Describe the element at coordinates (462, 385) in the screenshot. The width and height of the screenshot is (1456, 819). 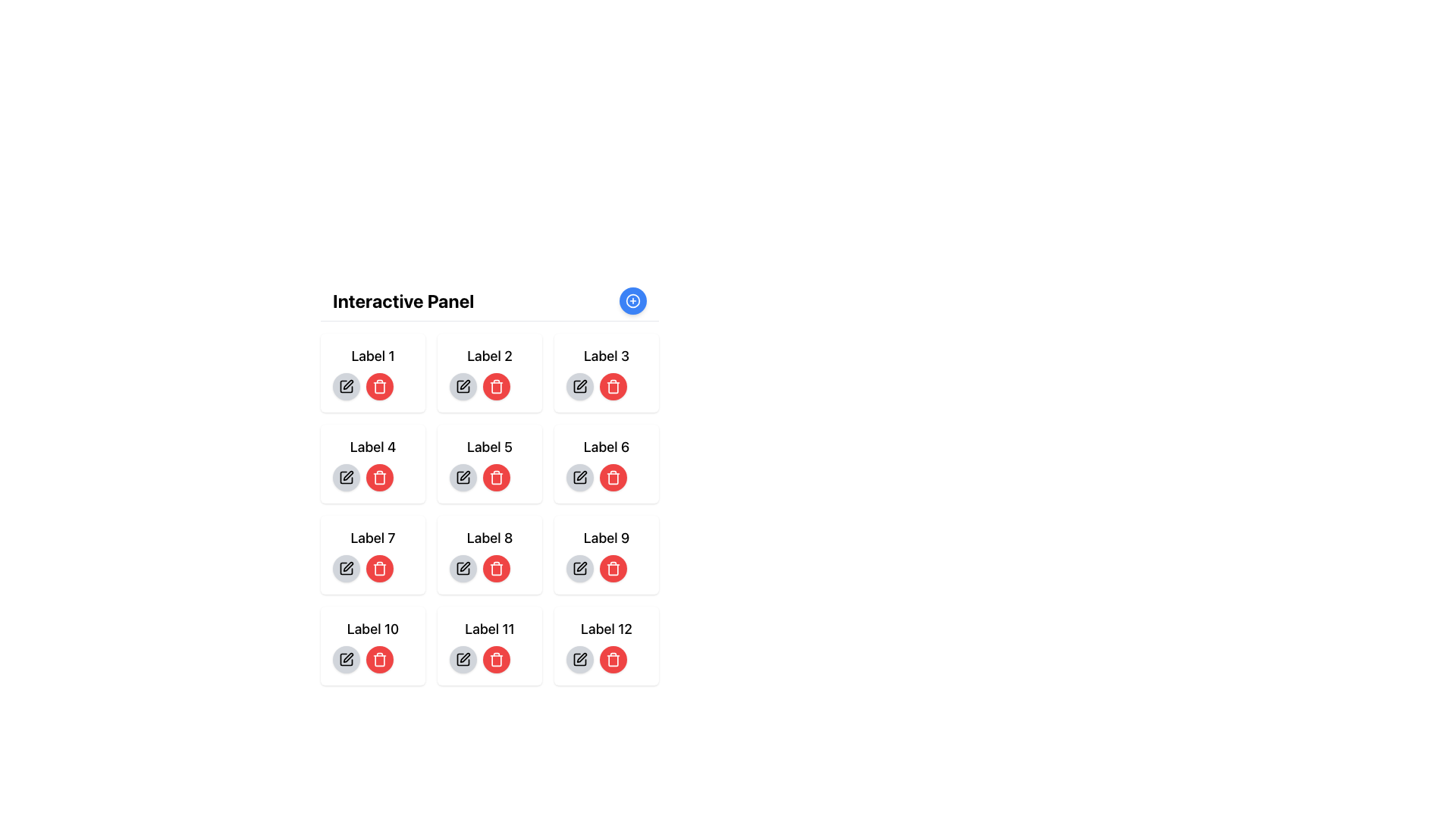
I see `the pencil icon in the second cell of the second row under the 'Interactive Panel' header to initiate the editing process` at that location.